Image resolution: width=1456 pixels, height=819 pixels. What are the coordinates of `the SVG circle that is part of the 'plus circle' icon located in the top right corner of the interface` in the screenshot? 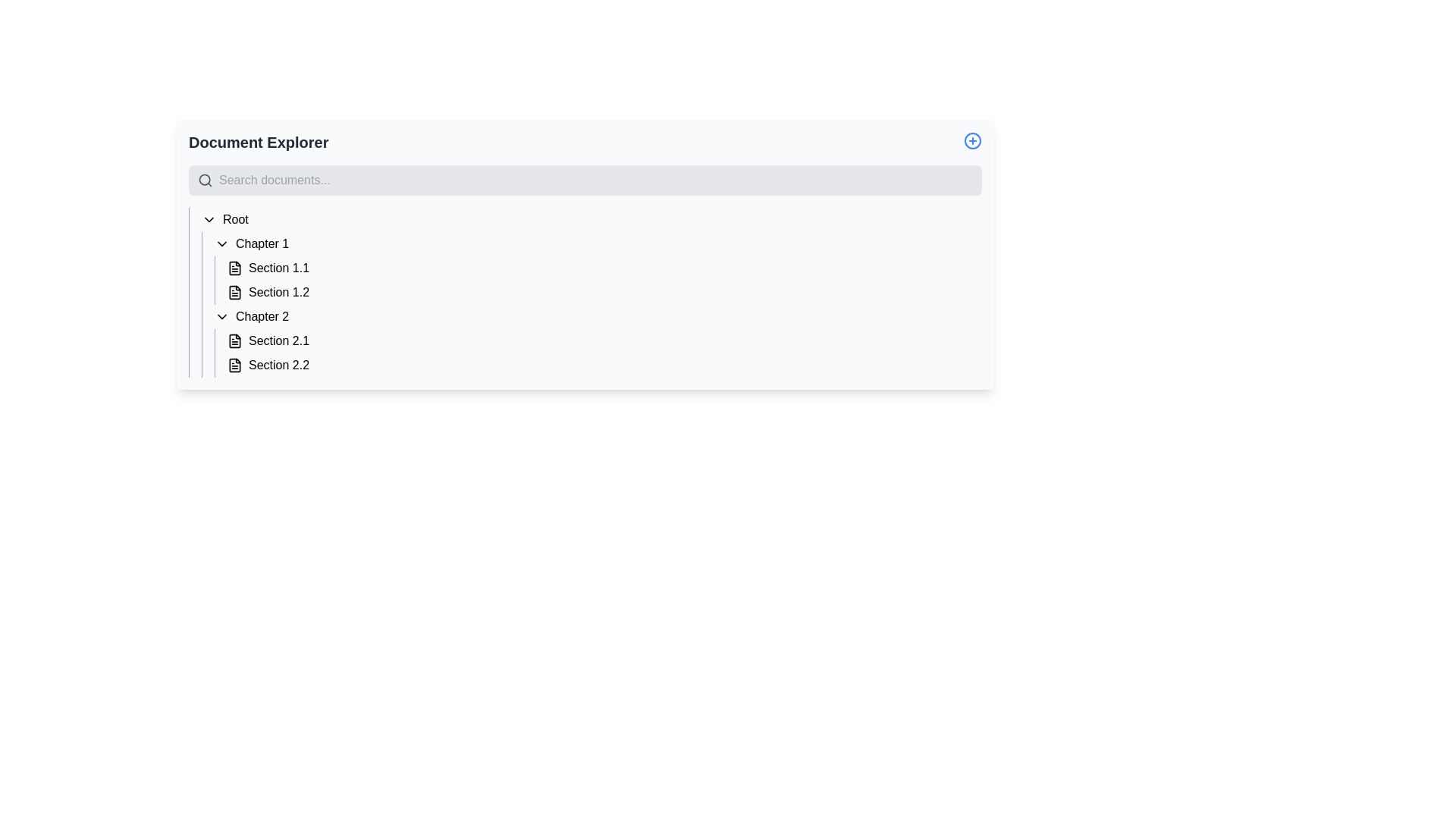 It's located at (972, 140).